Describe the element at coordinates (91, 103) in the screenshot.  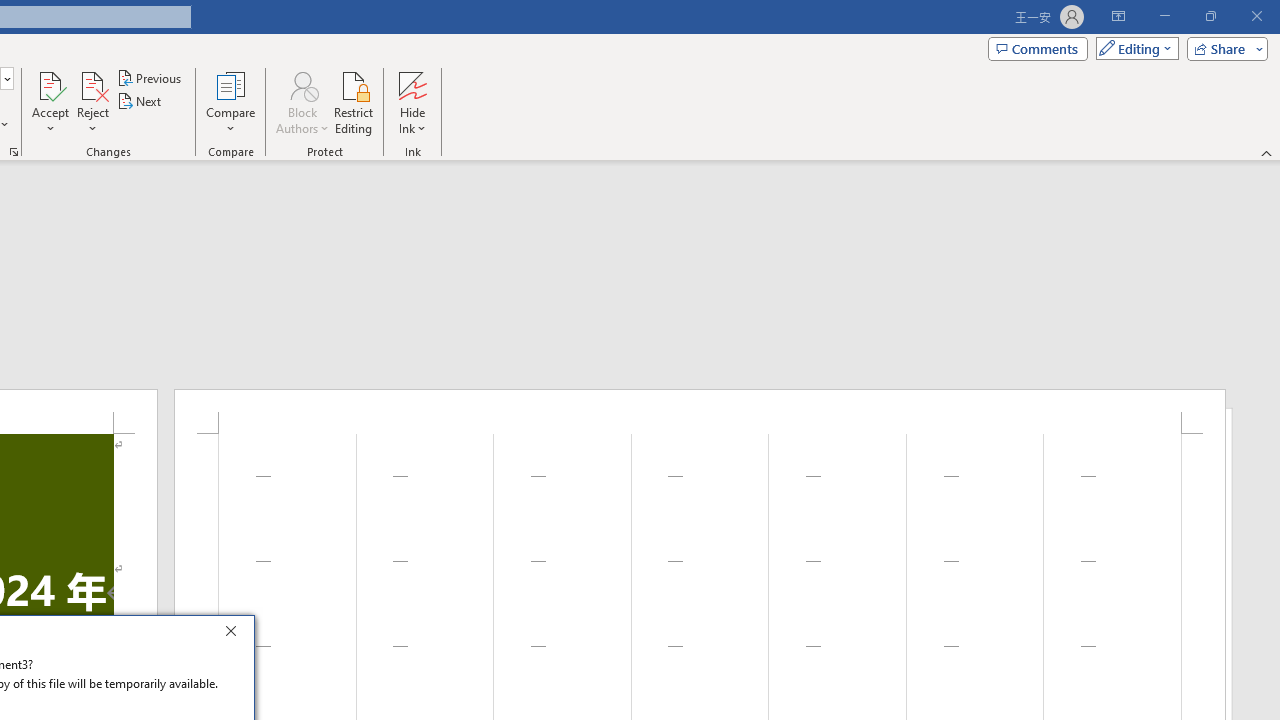
I see `'Reject'` at that location.